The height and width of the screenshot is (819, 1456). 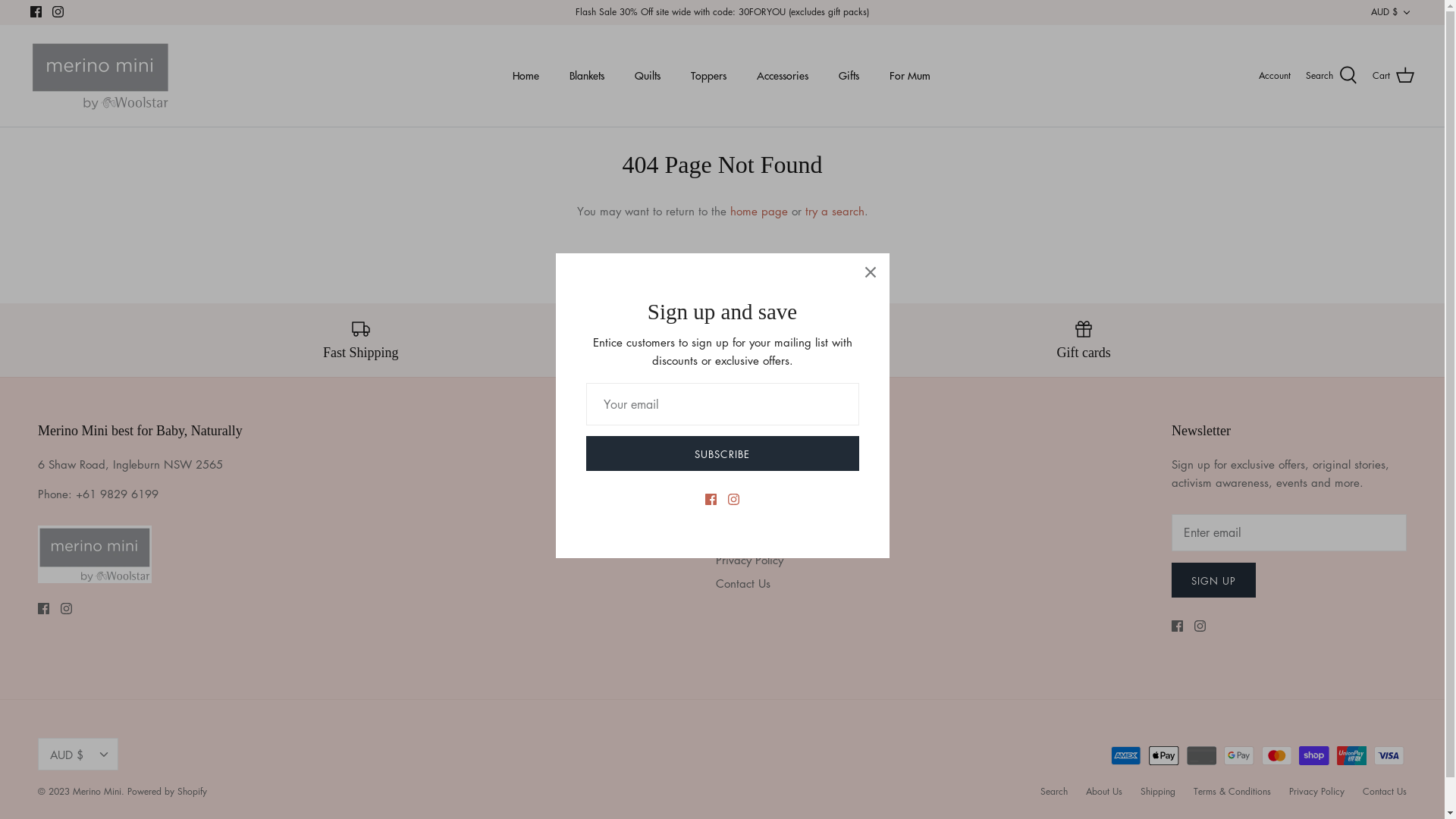 I want to click on 'Toppers', so click(x=676, y=75).